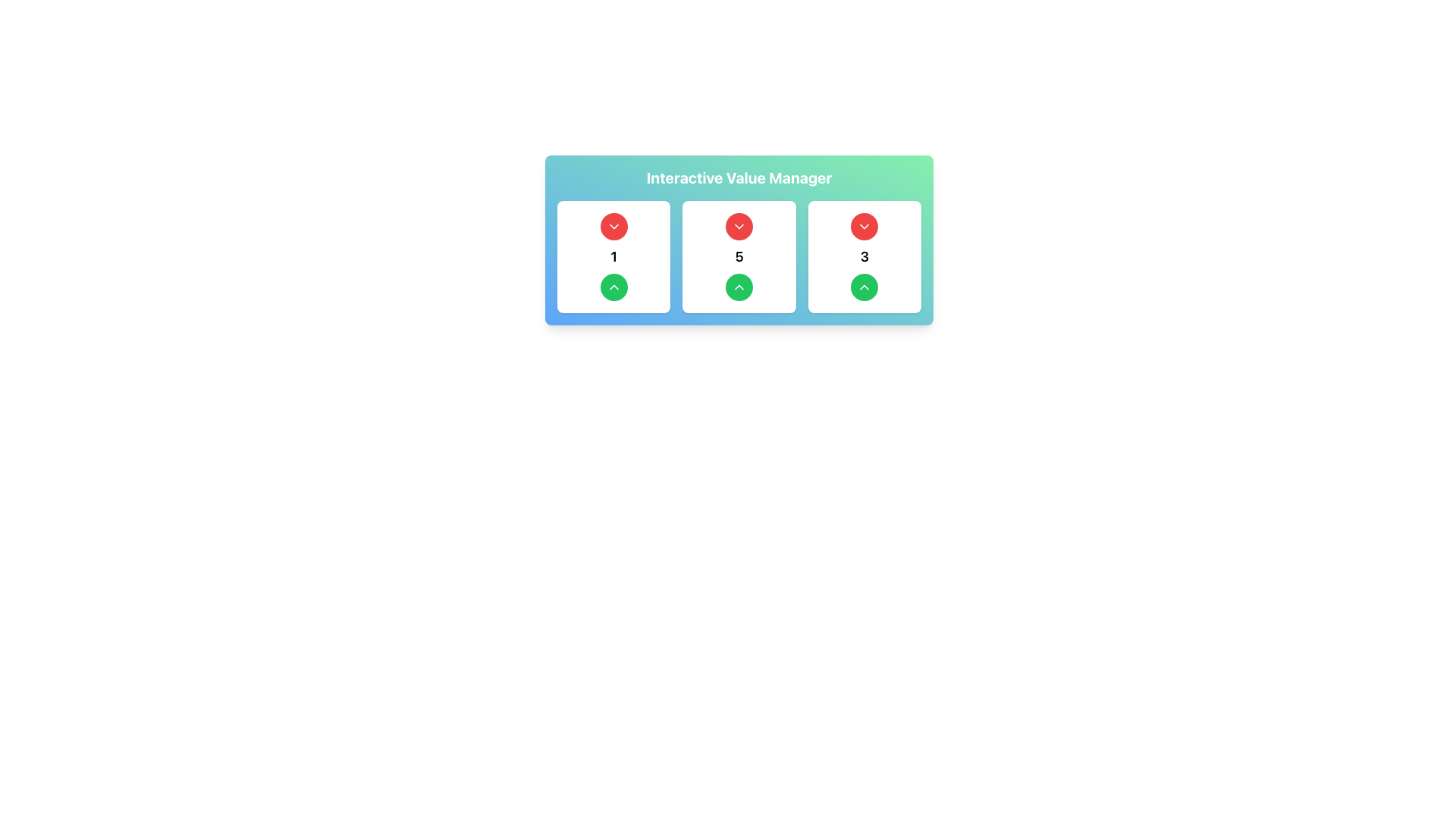  I want to click on the downwards-pointing chevron icon styled with a red background located within a circular button in the top section of the rightmost card, so click(864, 227).